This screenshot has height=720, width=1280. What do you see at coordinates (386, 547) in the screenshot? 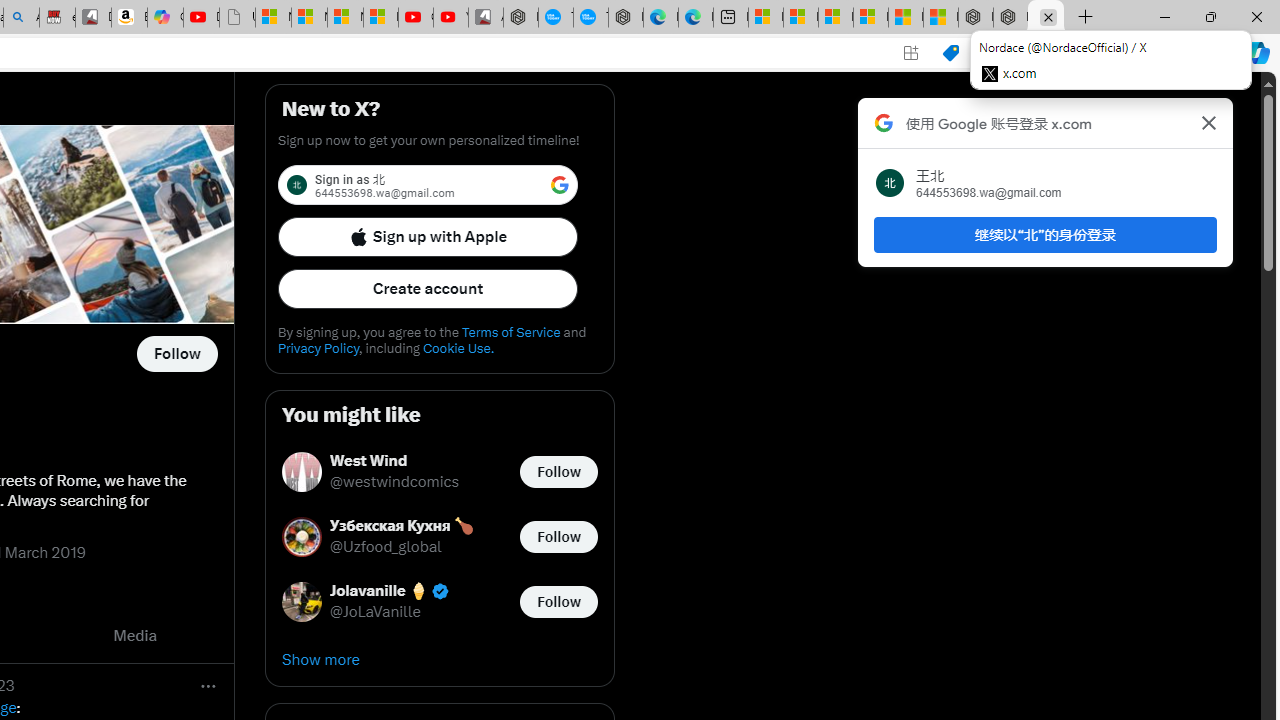
I see `'@Uzfood_global'` at bounding box center [386, 547].